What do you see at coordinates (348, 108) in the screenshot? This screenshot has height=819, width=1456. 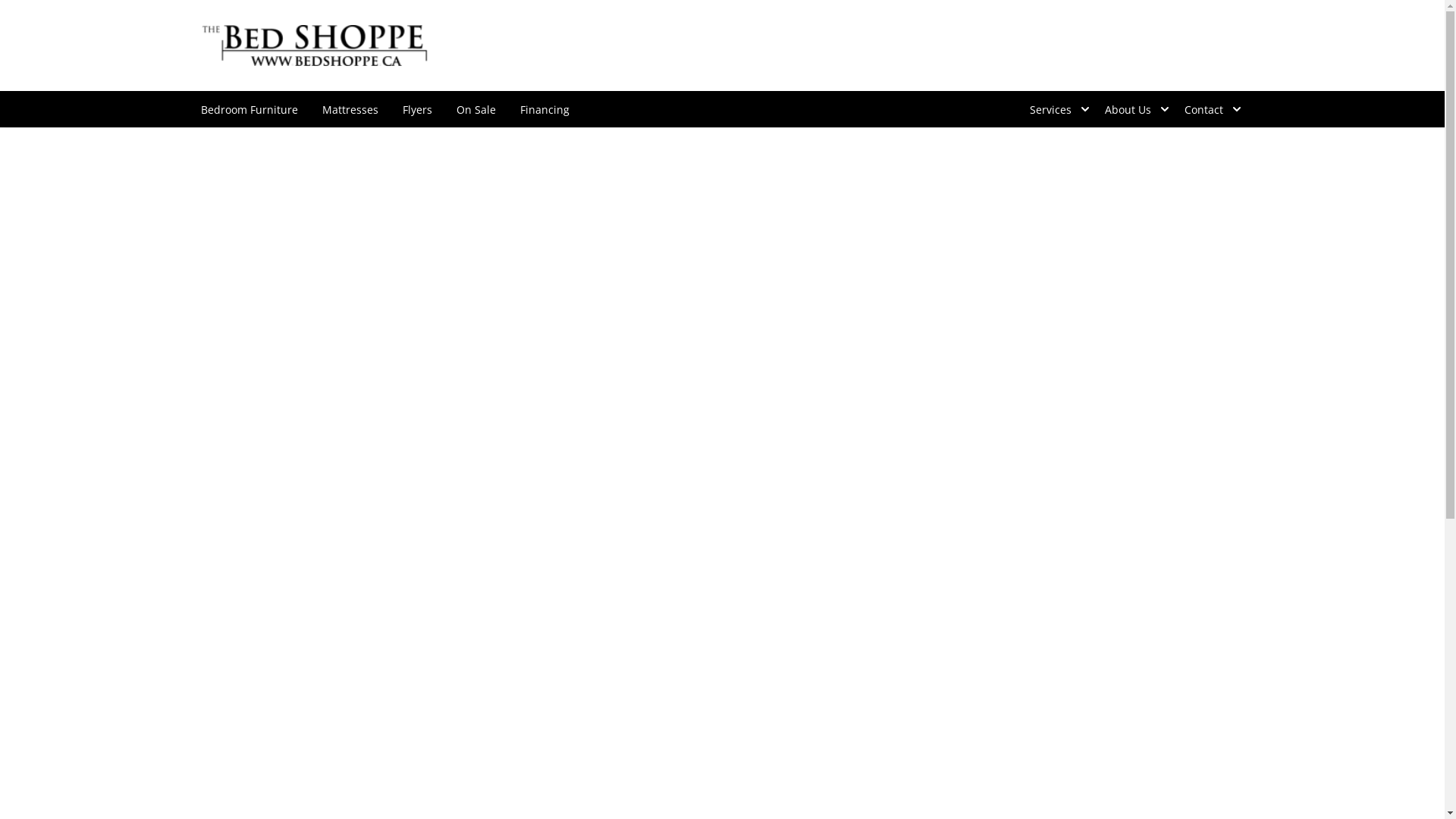 I see `'Mattresses'` at bounding box center [348, 108].